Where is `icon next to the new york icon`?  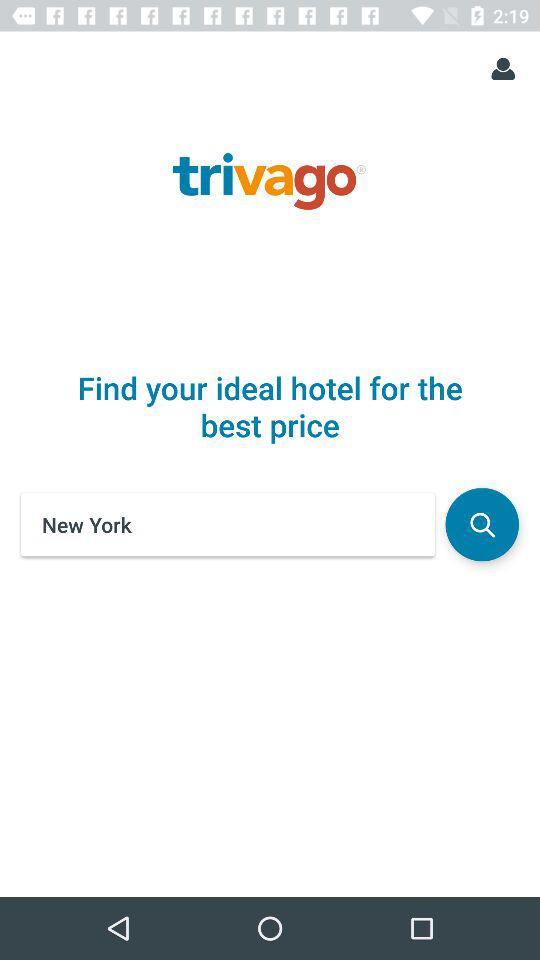
icon next to the new york icon is located at coordinates (481, 523).